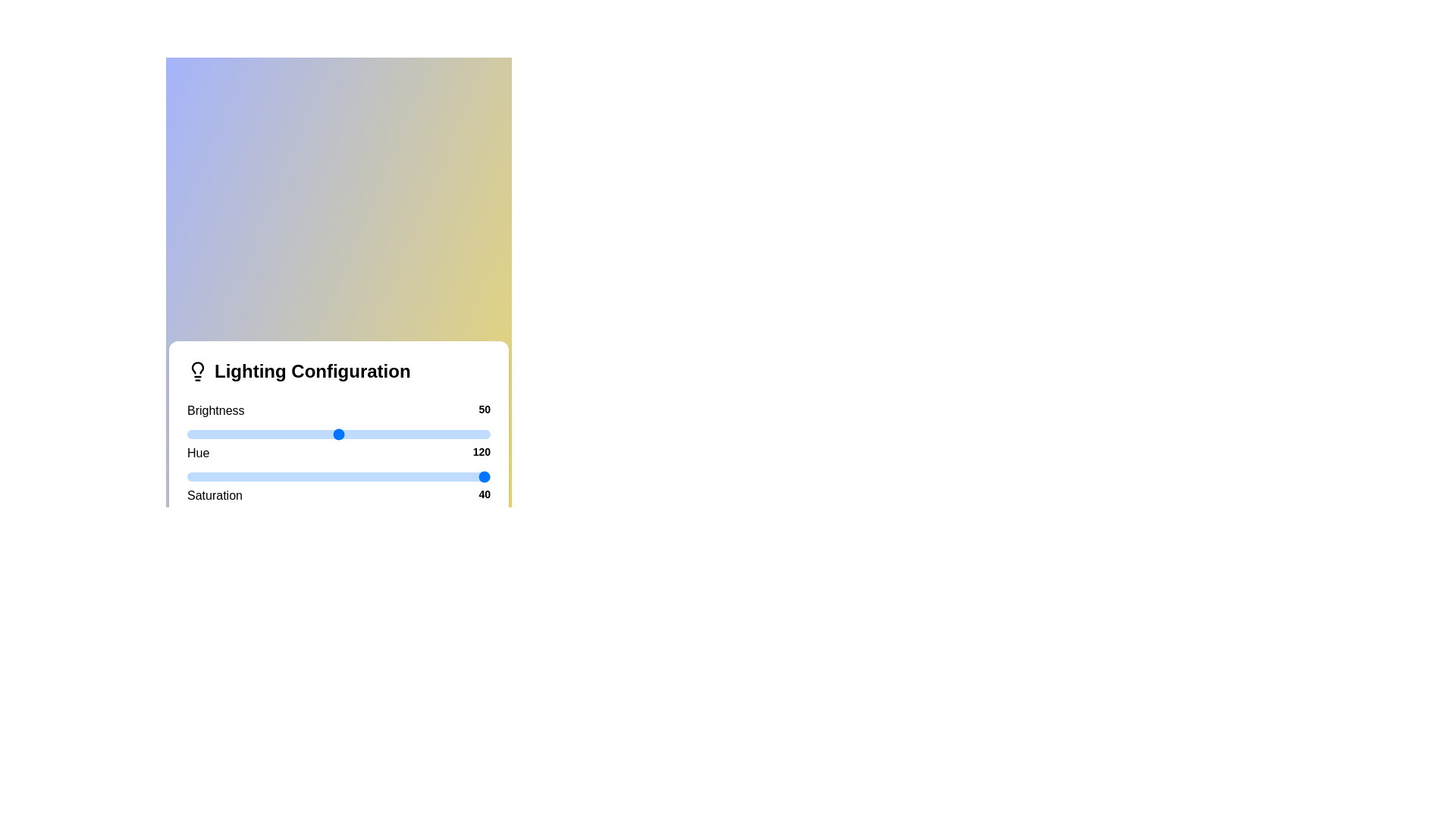  What do you see at coordinates (329, 435) in the screenshot?
I see `the brightness slider to 47 percent` at bounding box center [329, 435].